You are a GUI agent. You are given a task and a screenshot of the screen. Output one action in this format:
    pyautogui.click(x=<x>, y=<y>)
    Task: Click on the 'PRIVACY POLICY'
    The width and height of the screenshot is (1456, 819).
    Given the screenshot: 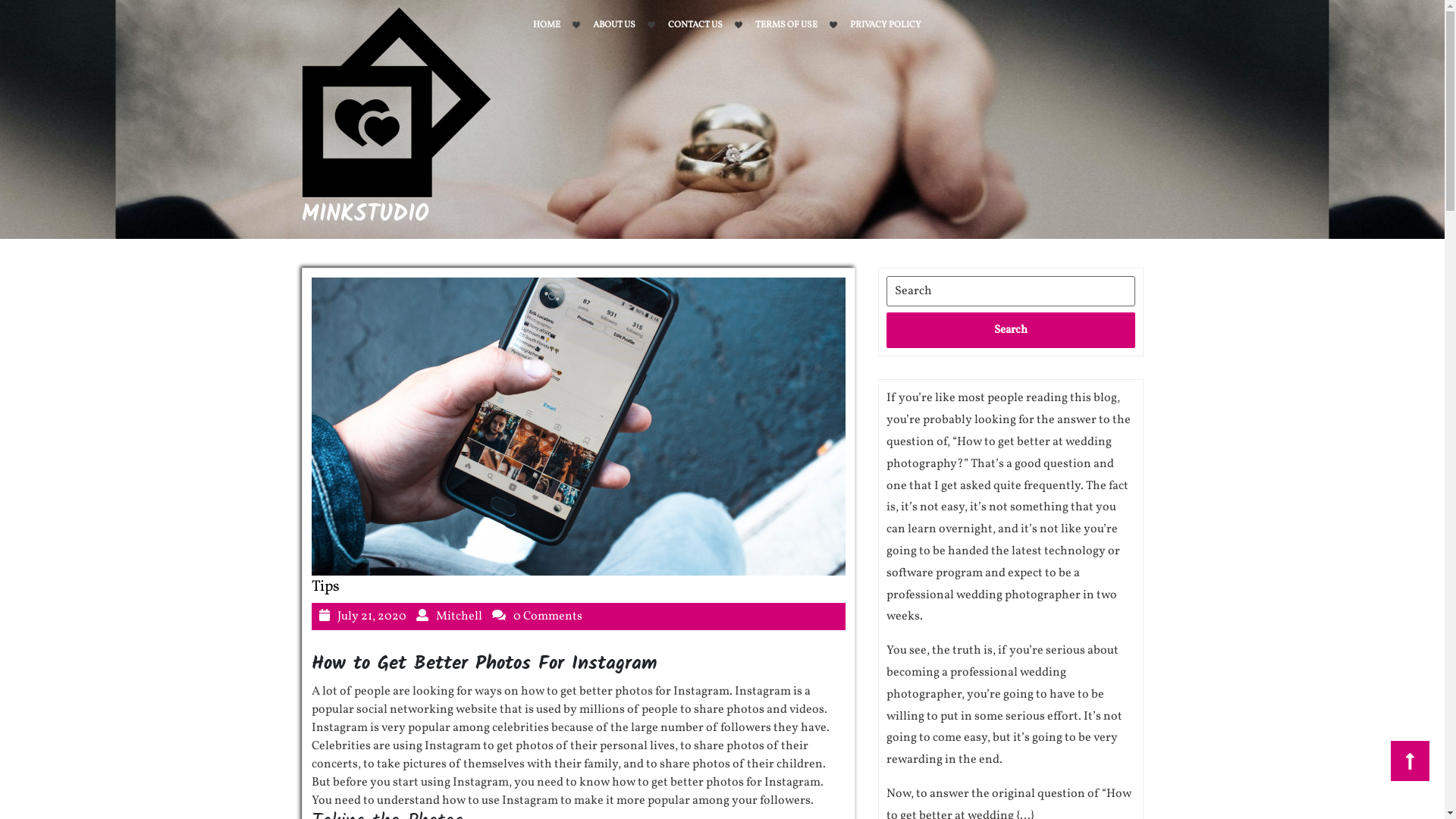 What is the action you would take?
    pyautogui.click(x=884, y=25)
    